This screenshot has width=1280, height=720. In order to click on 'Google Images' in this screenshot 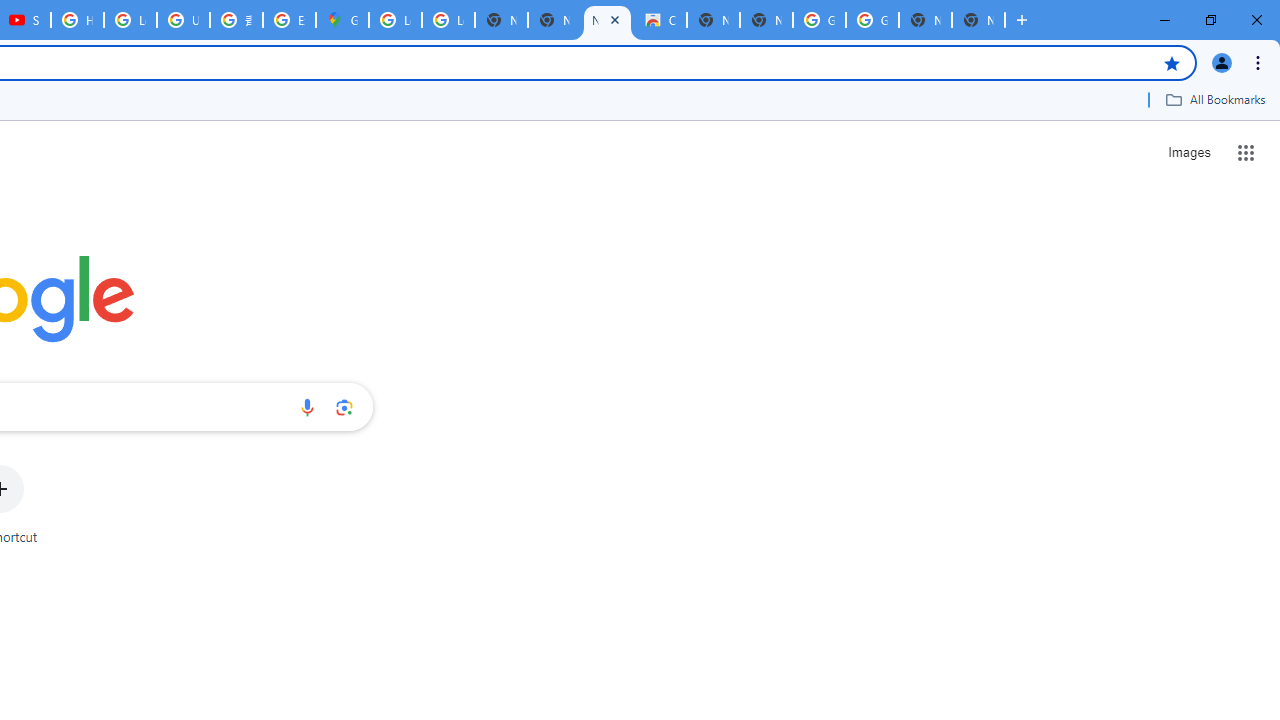, I will do `click(872, 20)`.